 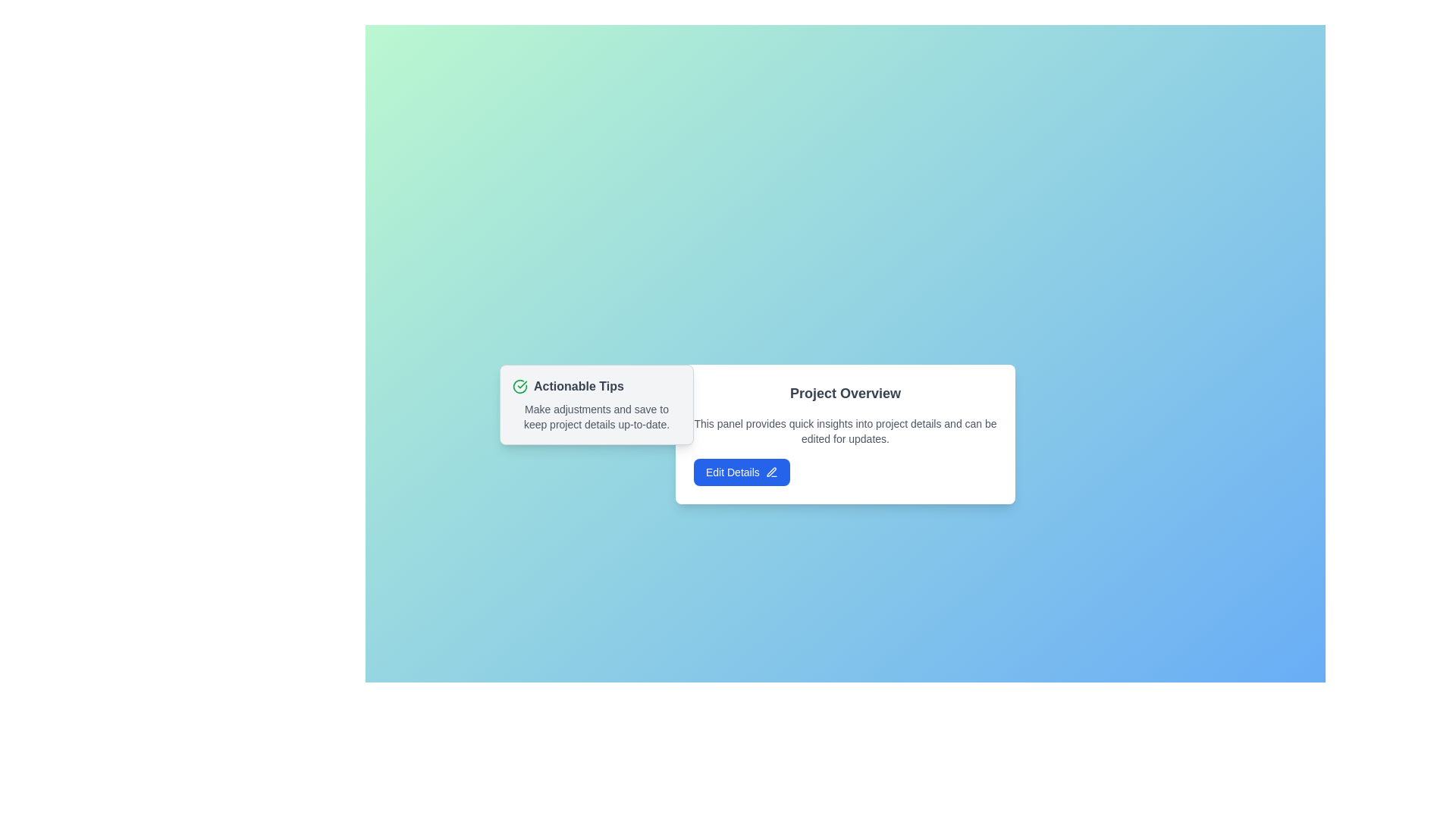 What do you see at coordinates (771, 471) in the screenshot?
I see `the pen icon located inside the 'Edit Details' button, positioned to the right within the button` at bounding box center [771, 471].